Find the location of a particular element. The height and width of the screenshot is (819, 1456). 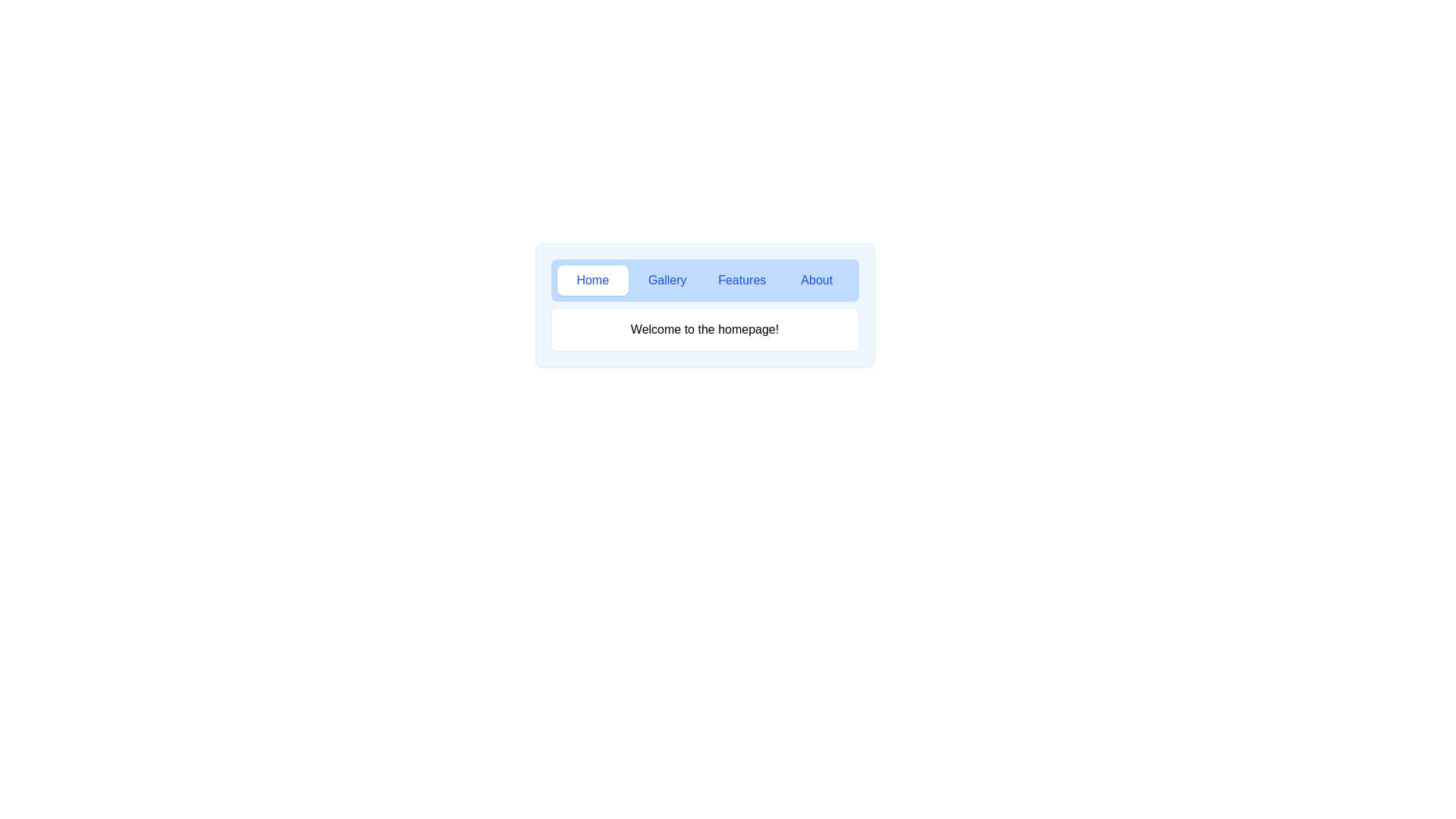

the fourth tab button labeled 'About' to switch tabs in the navigation panel identified by 'headlessui-tabs-panel-:re:' is located at coordinates (816, 281).